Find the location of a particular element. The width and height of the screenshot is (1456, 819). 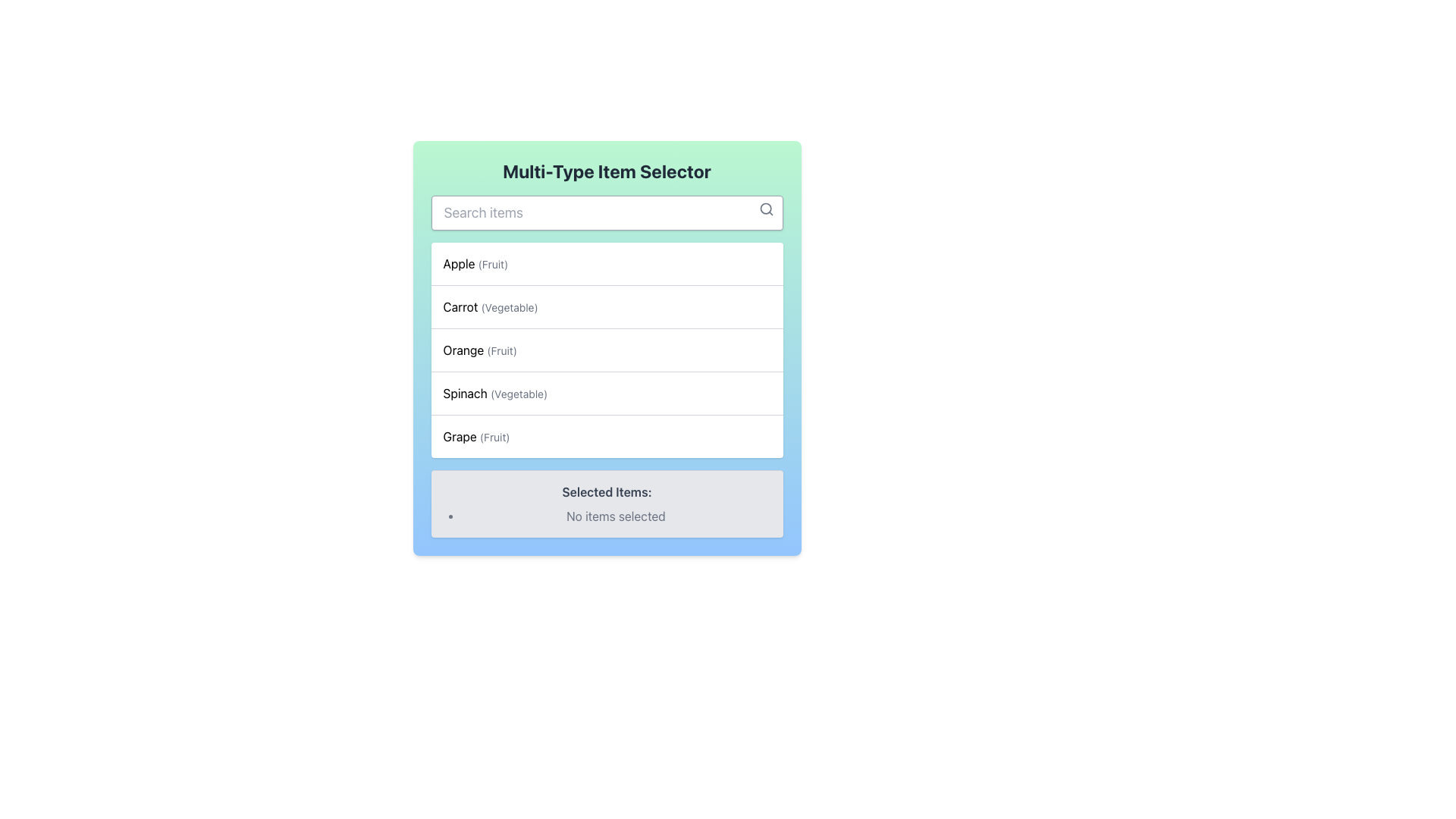

the selectable list item labeled 'Spinach (Vegetable)' is located at coordinates (607, 392).